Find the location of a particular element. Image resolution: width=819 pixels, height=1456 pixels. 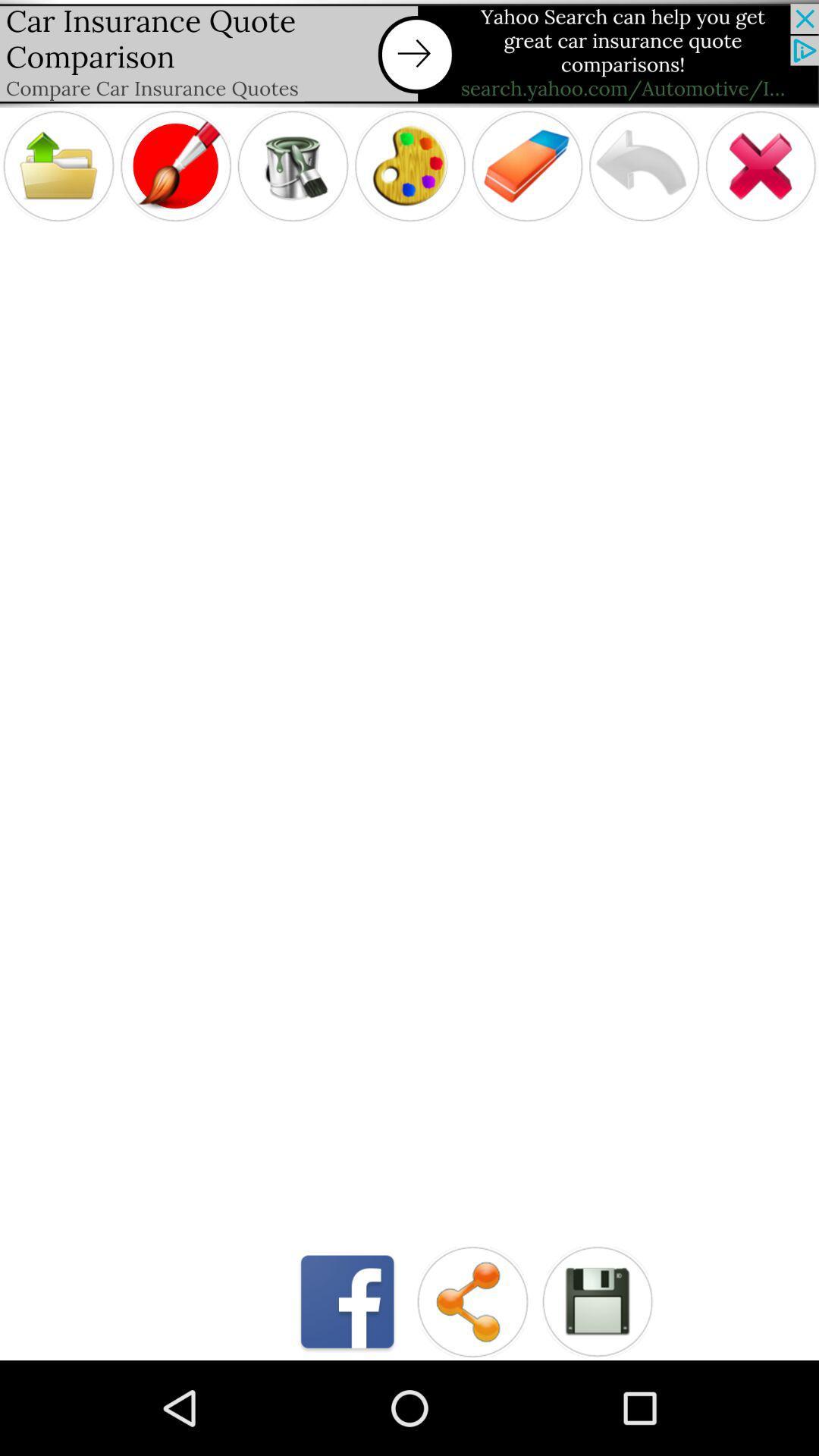

facebook icon is located at coordinates (347, 1301).